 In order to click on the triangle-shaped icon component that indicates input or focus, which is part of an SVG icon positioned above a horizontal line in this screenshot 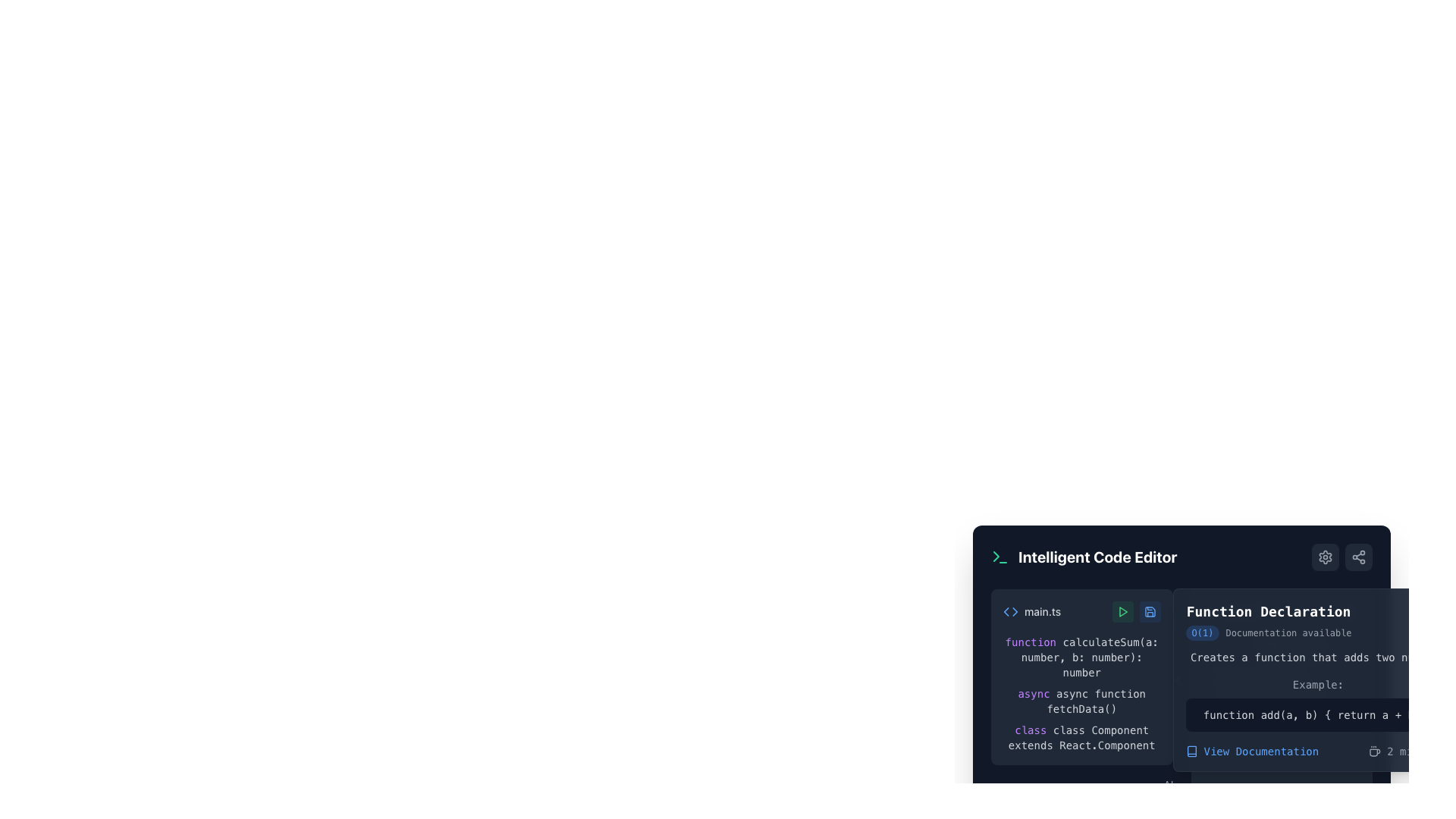, I will do `click(996, 556)`.